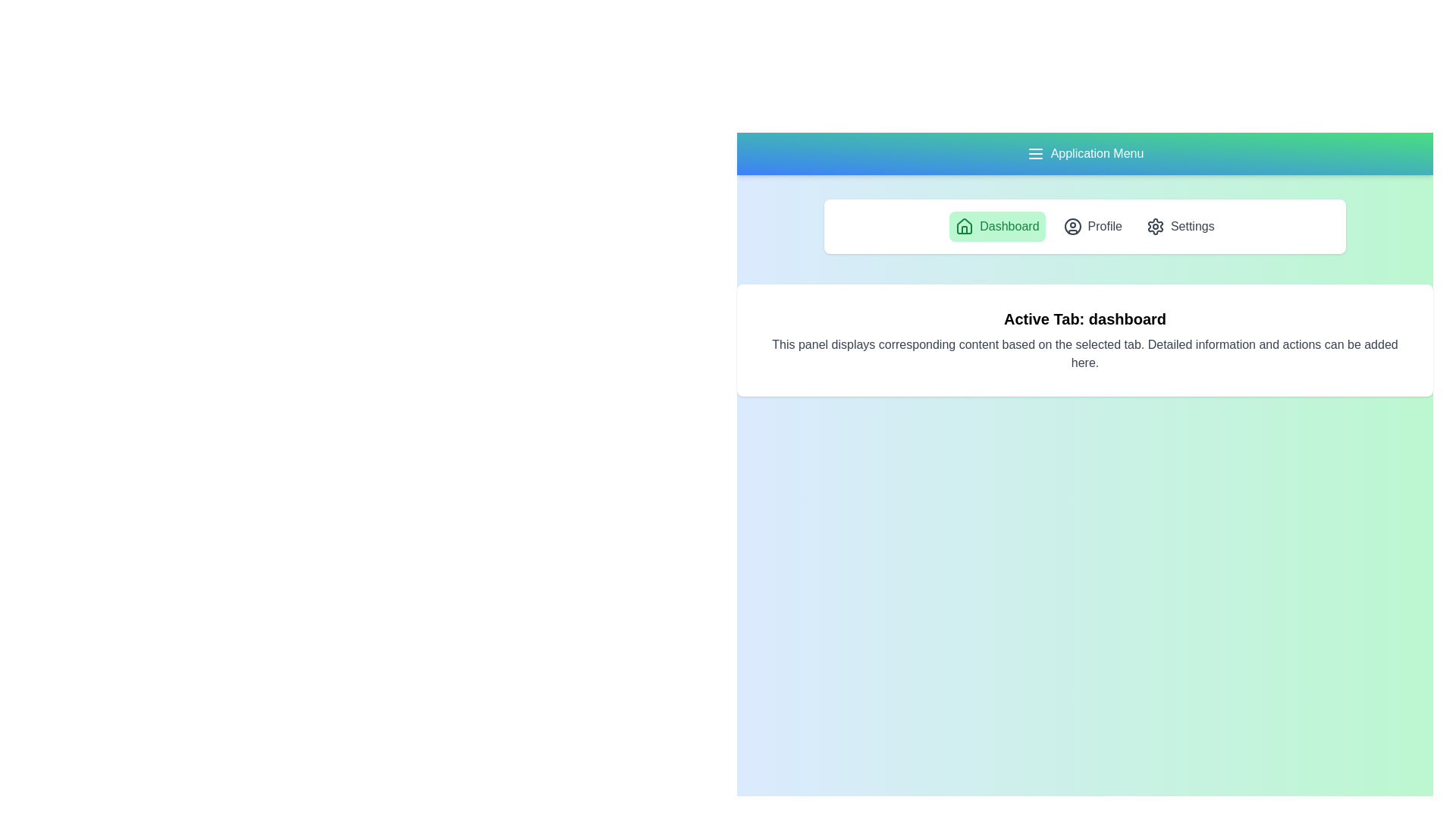 This screenshot has width=1456, height=819. Describe the element at coordinates (1093, 227) in the screenshot. I see `the tab labeled Profile to observe its hover effect` at that location.